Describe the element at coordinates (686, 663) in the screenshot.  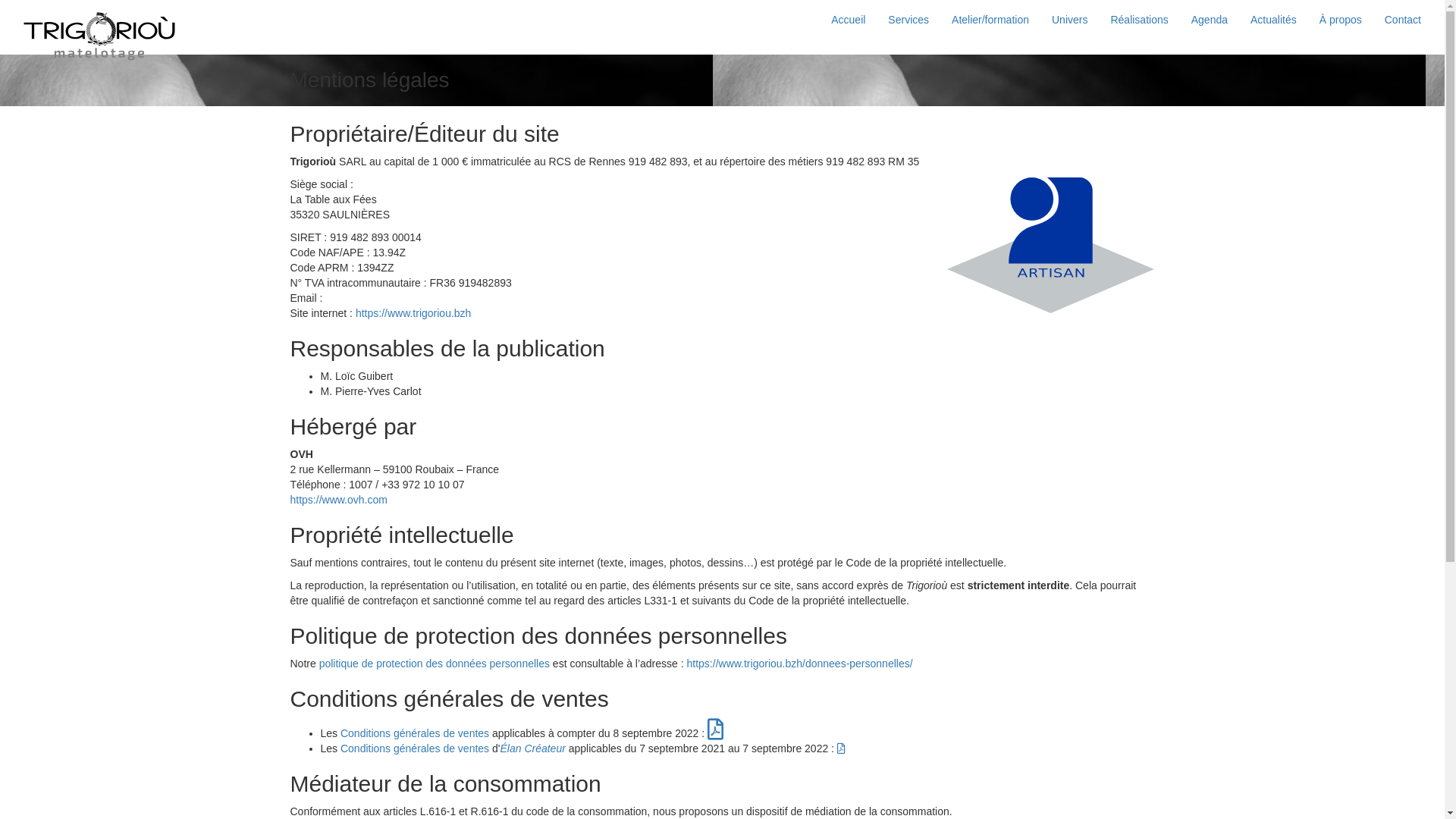
I see `'https://www.trigoriou.bzh/donnees-personnelles/'` at that location.